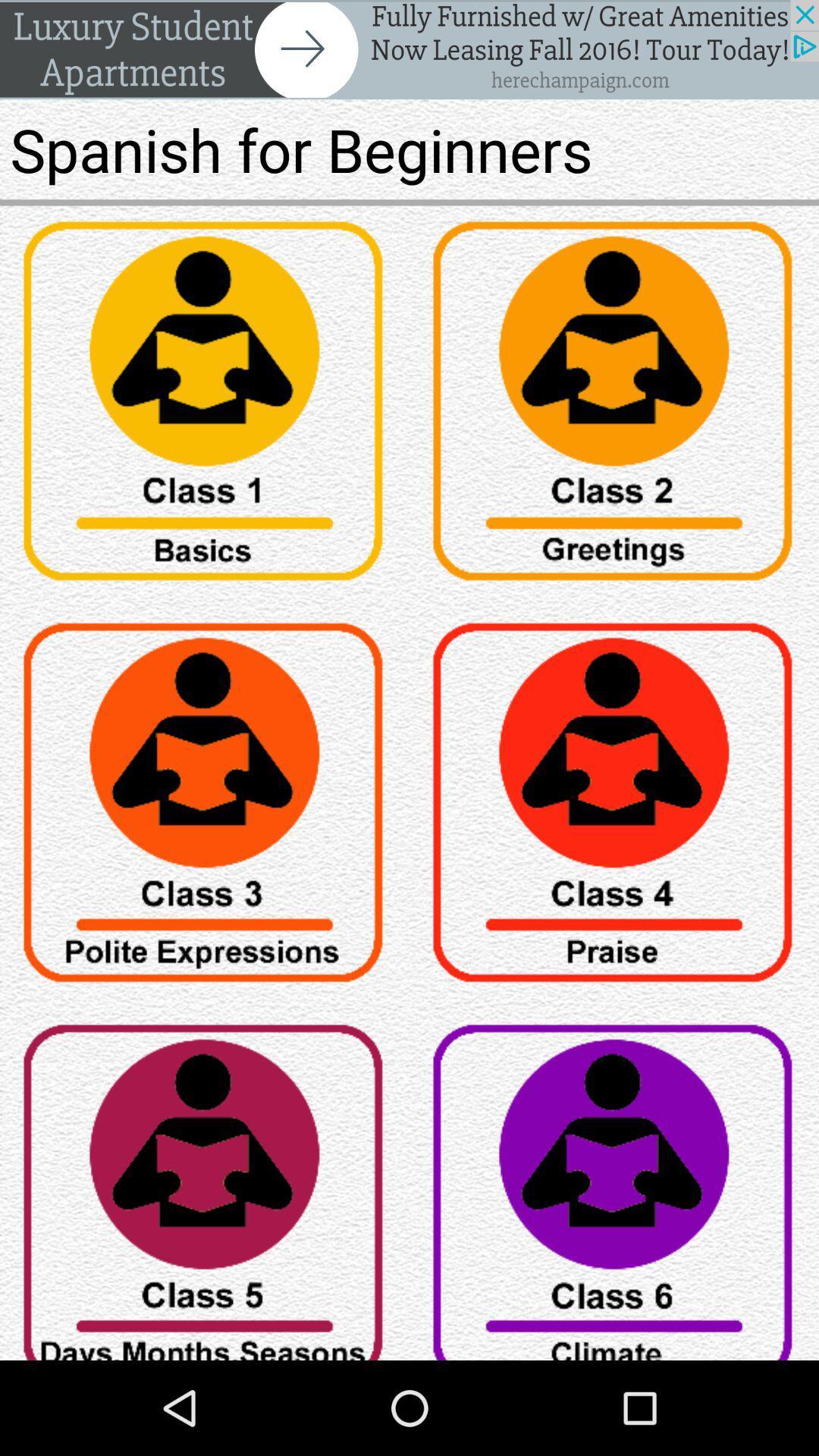 The width and height of the screenshot is (819, 1456). Describe the element at coordinates (205, 1184) in the screenshot. I see `item` at that location.